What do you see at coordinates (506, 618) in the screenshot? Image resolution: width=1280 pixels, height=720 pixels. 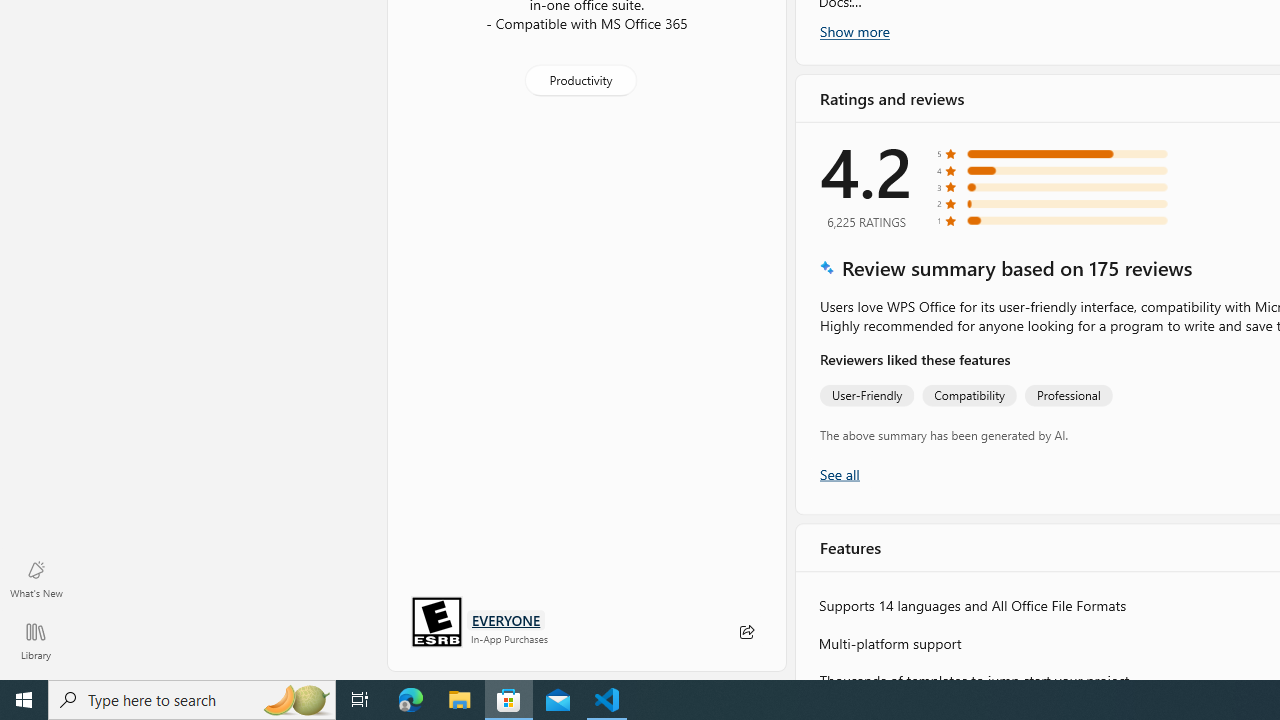 I see `'Age rating: EVERYONE. Click for more information.'` at bounding box center [506, 618].